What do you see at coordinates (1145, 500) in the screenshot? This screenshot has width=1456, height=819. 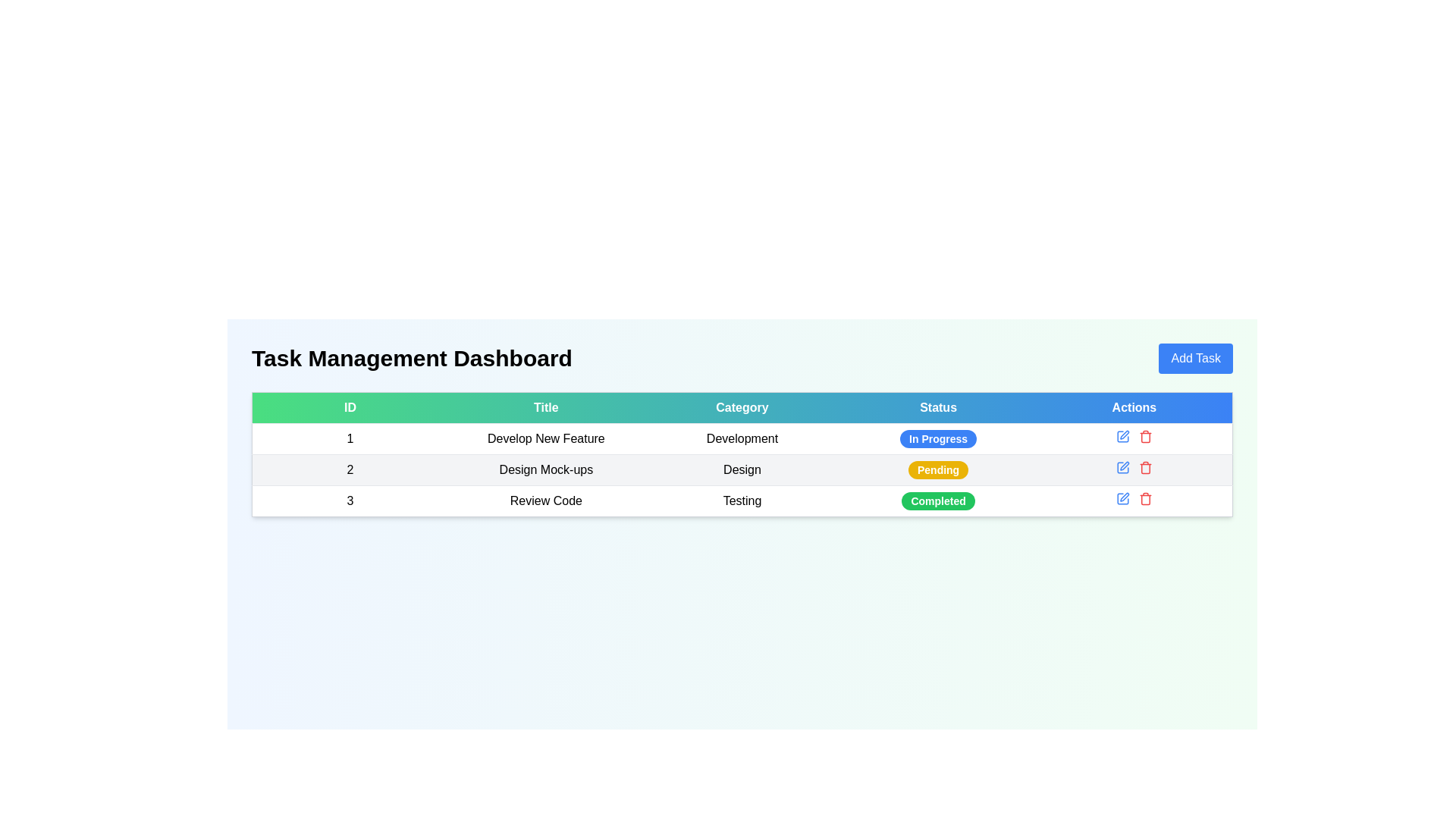 I see `the main rectangular area of the trash can icon in the Actions column of the third row of the task management table to potentially view a tooltip` at bounding box center [1145, 500].